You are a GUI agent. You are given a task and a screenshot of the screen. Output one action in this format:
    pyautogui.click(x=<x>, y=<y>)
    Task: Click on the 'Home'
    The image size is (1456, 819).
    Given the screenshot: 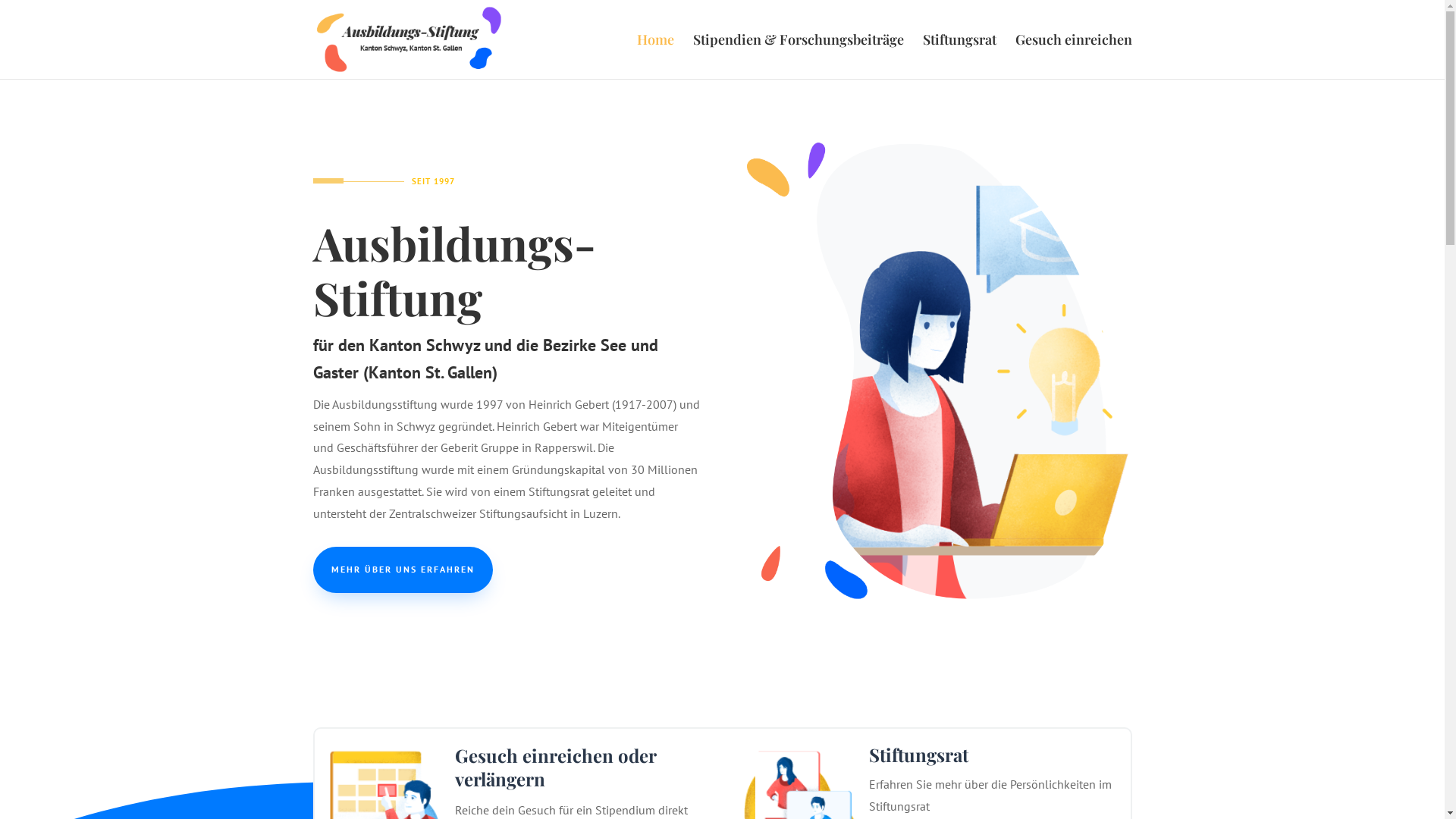 What is the action you would take?
    pyautogui.click(x=655, y=55)
    